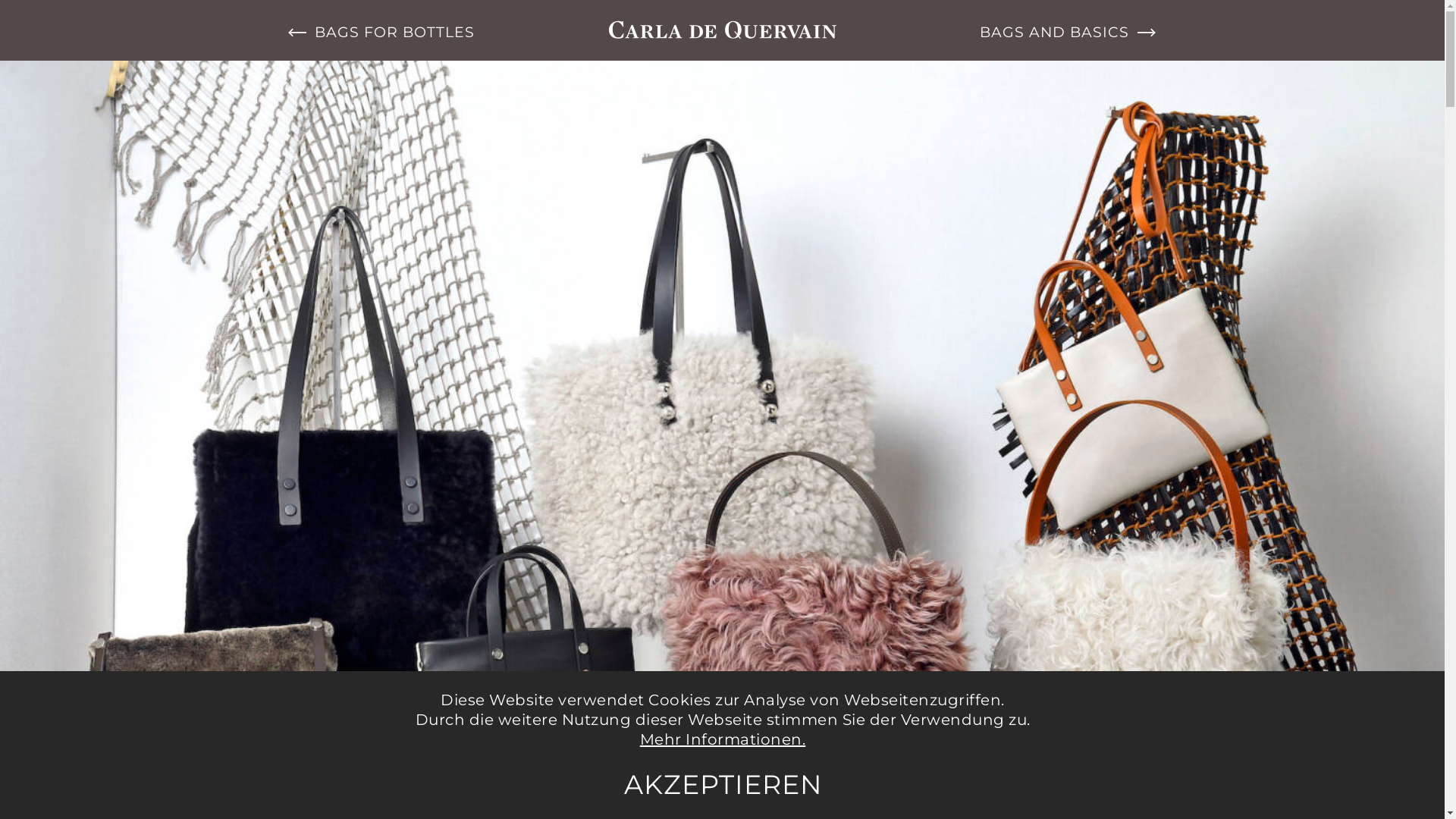  Describe the element at coordinates (722, 784) in the screenshot. I see `'AKZEPTIEREN'` at that location.